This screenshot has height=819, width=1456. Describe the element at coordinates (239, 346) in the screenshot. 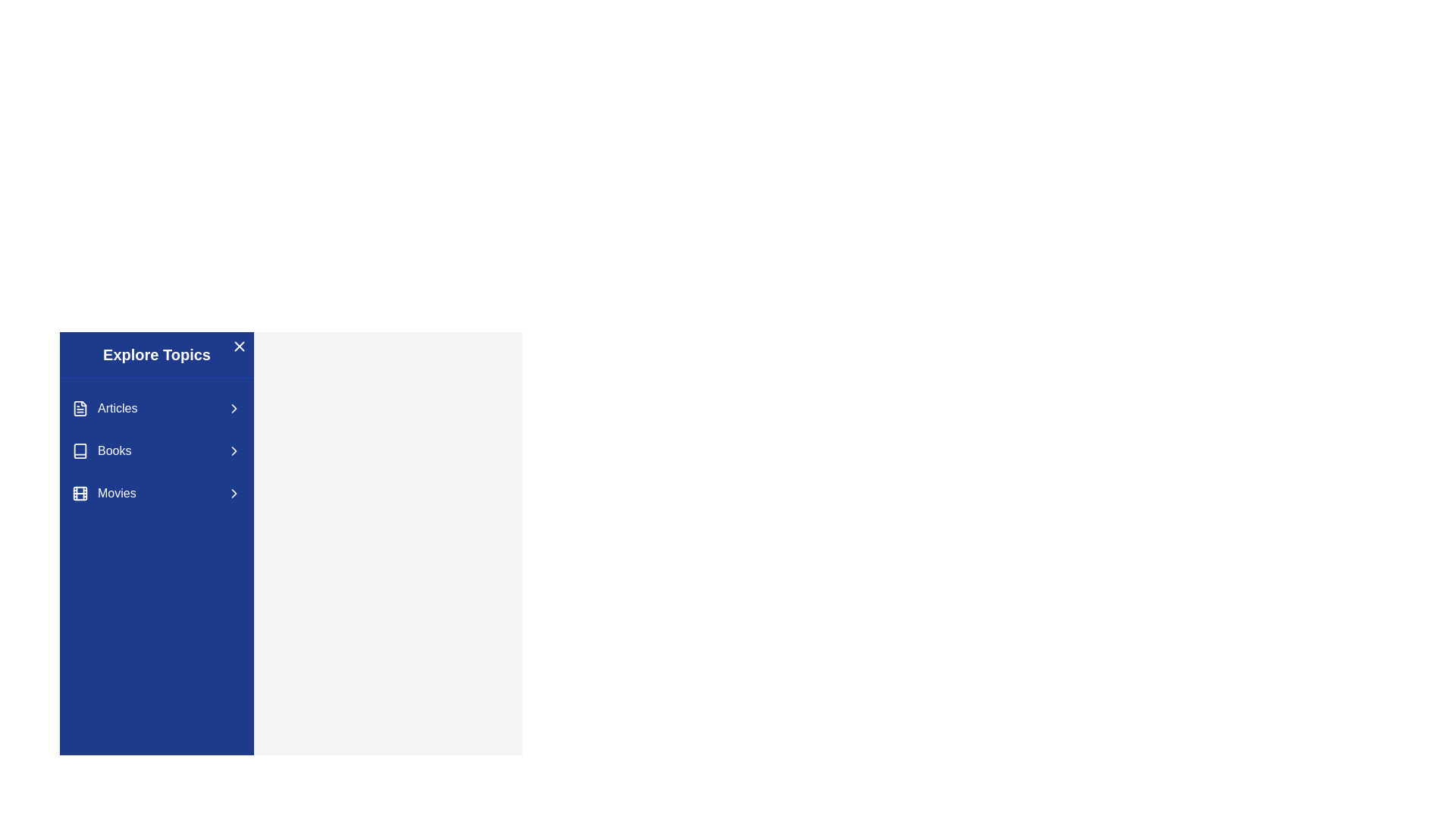

I see `the close or dismiss button located in the top right corner of the 'Explore Topics' sidebar` at that location.